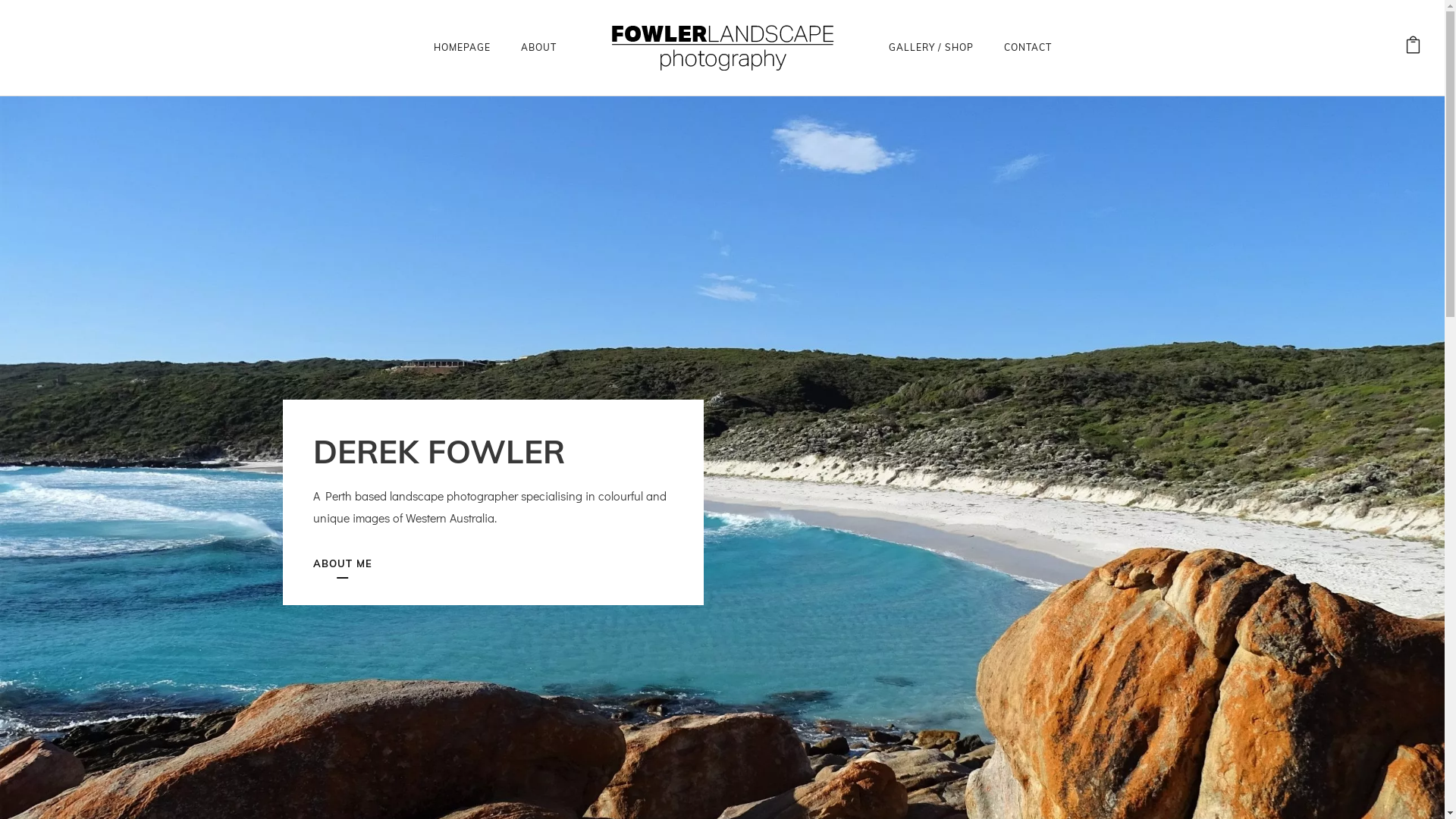  Describe the element at coordinates (1412, 46) in the screenshot. I see `'View your shopping cart'` at that location.